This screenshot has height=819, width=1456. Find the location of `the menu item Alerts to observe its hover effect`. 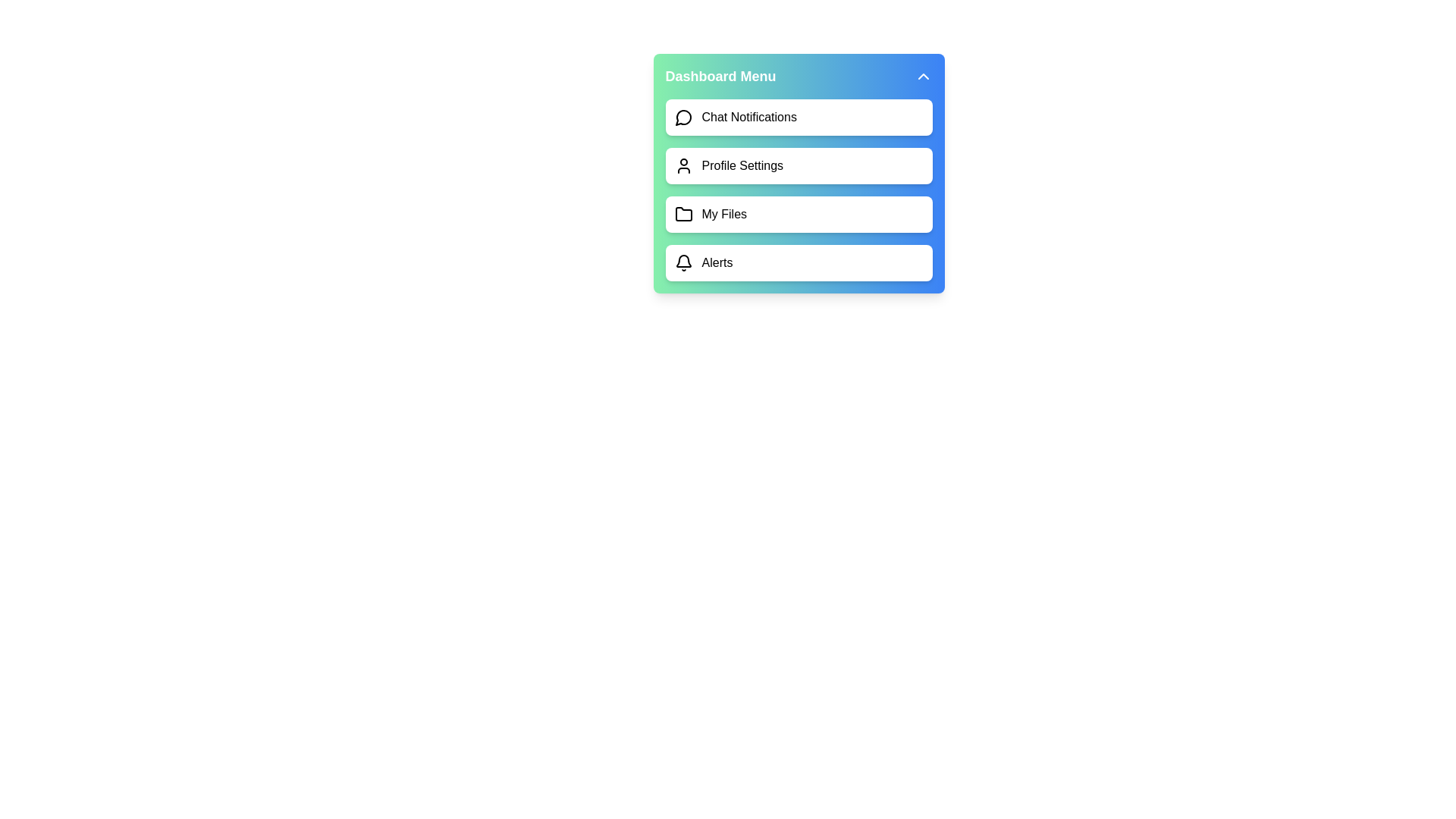

the menu item Alerts to observe its hover effect is located at coordinates (798, 262).